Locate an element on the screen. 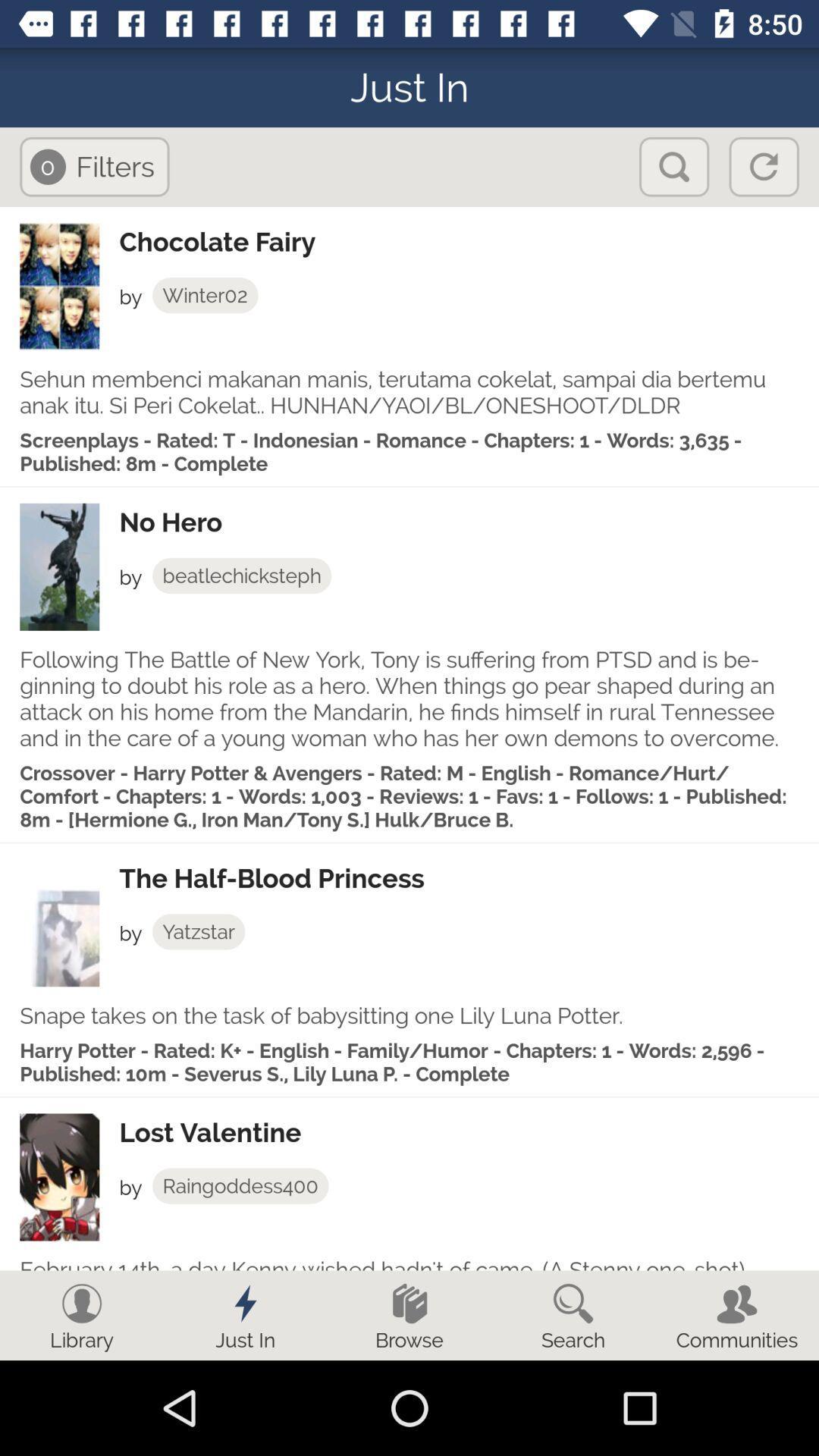  item next to by is located at coordinates (198, 930).